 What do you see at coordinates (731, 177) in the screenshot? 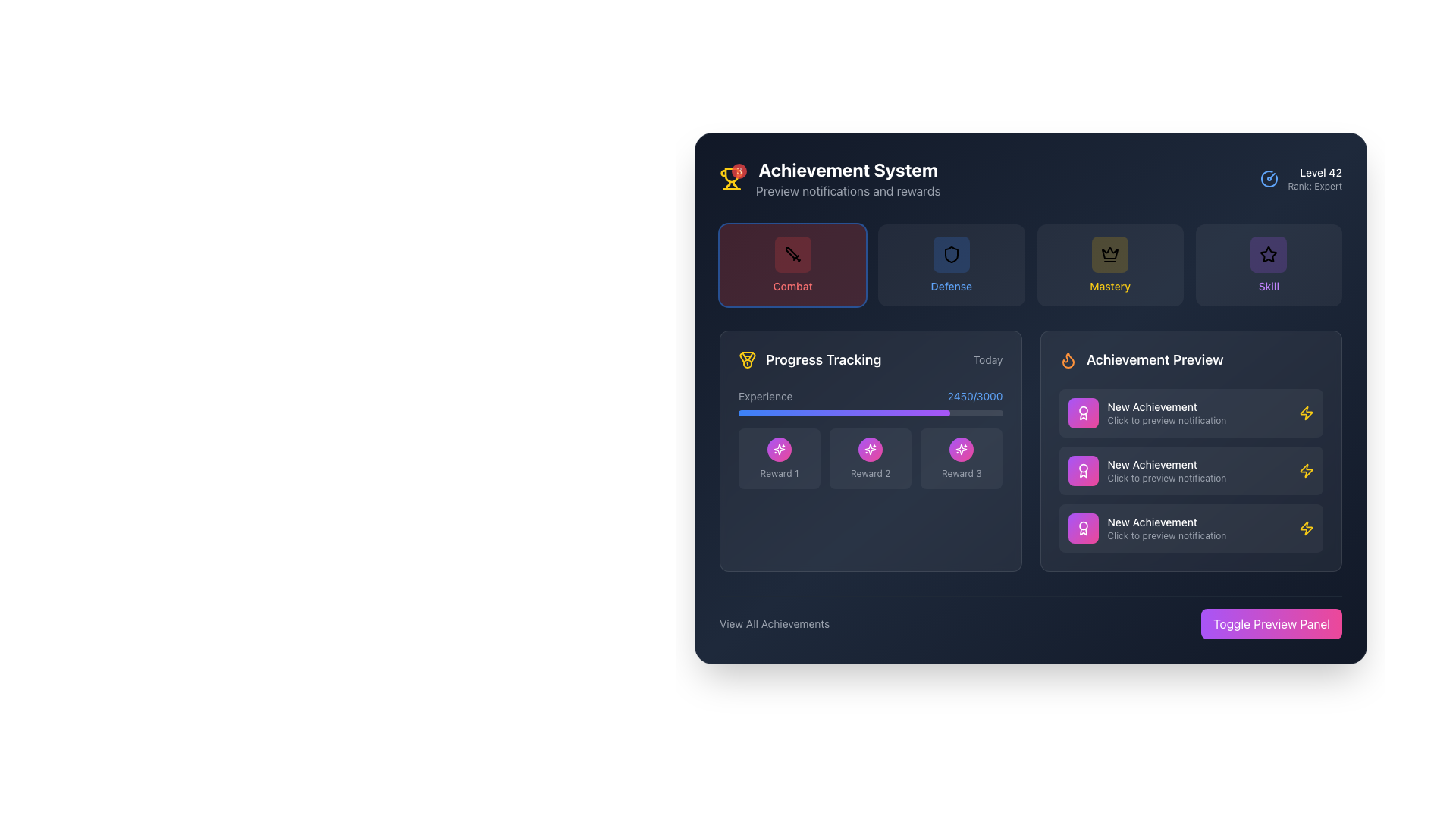
I see `the Notification badge located in the top-left corner of the interface, adjacent to the title 'Achievement System'` at bounding box center [731, 177].